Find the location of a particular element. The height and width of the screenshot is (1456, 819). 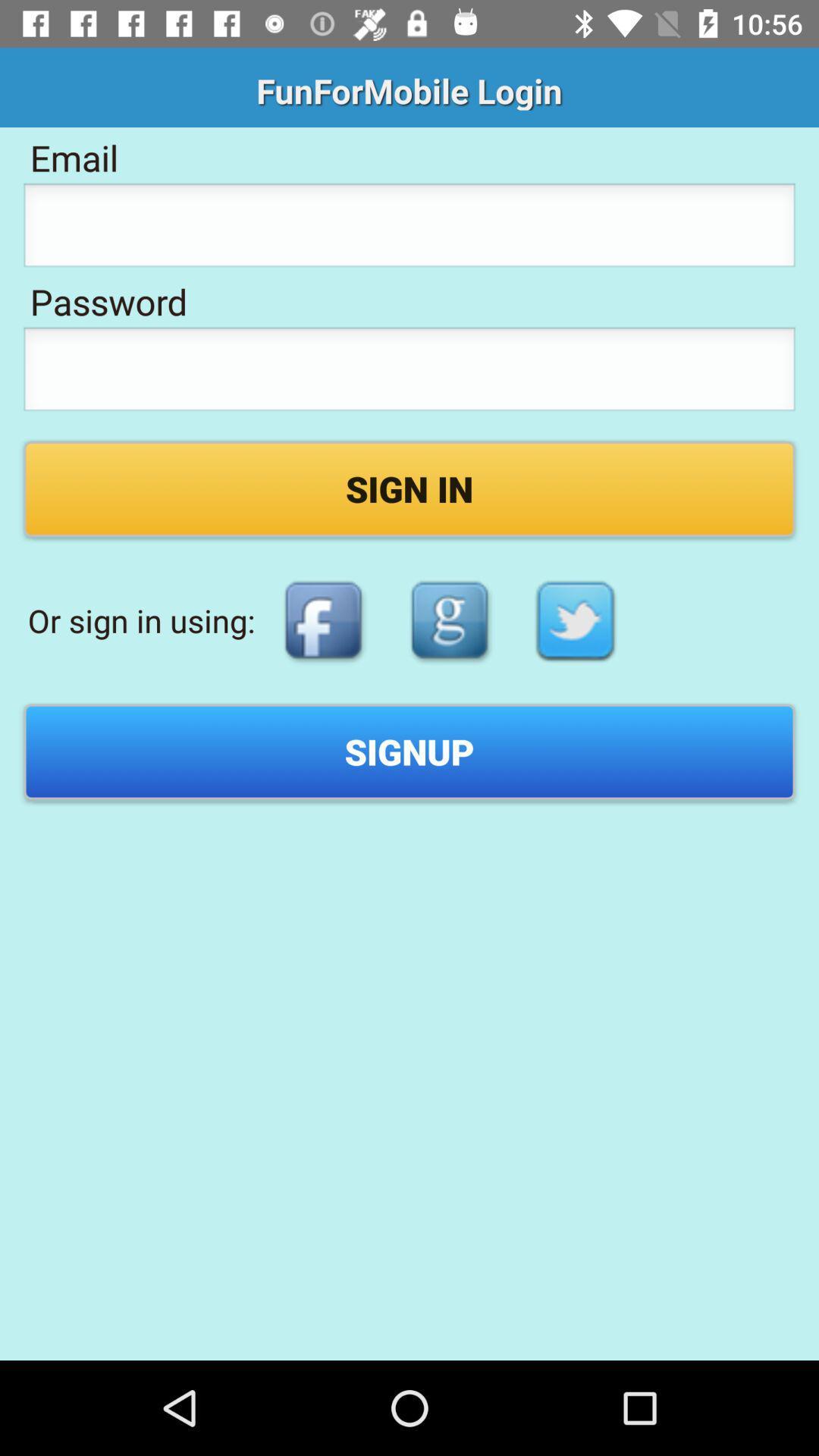

item below sign in item is located at coordinates (449, 620).